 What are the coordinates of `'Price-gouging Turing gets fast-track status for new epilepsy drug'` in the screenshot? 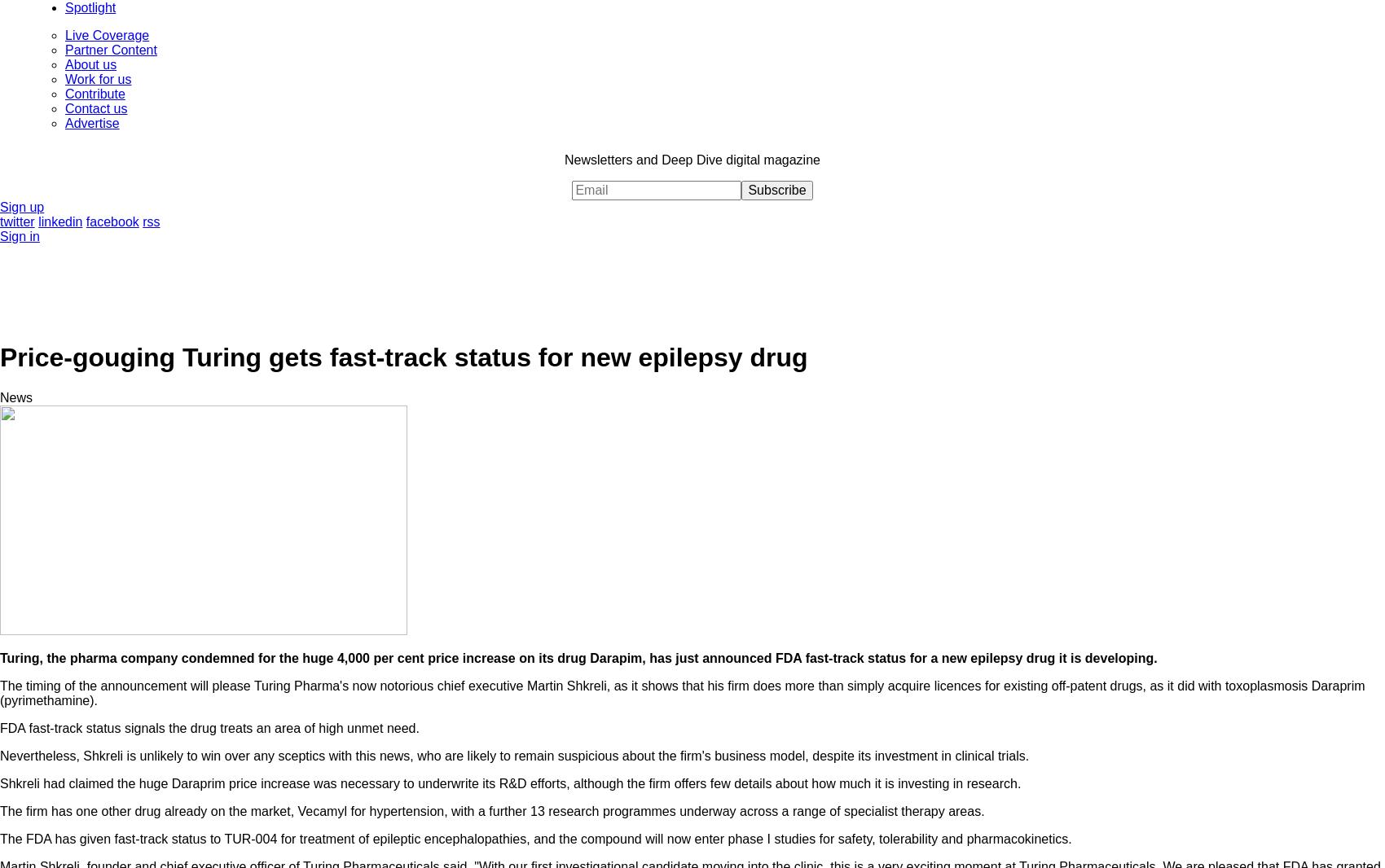 It's located at (403, 357).